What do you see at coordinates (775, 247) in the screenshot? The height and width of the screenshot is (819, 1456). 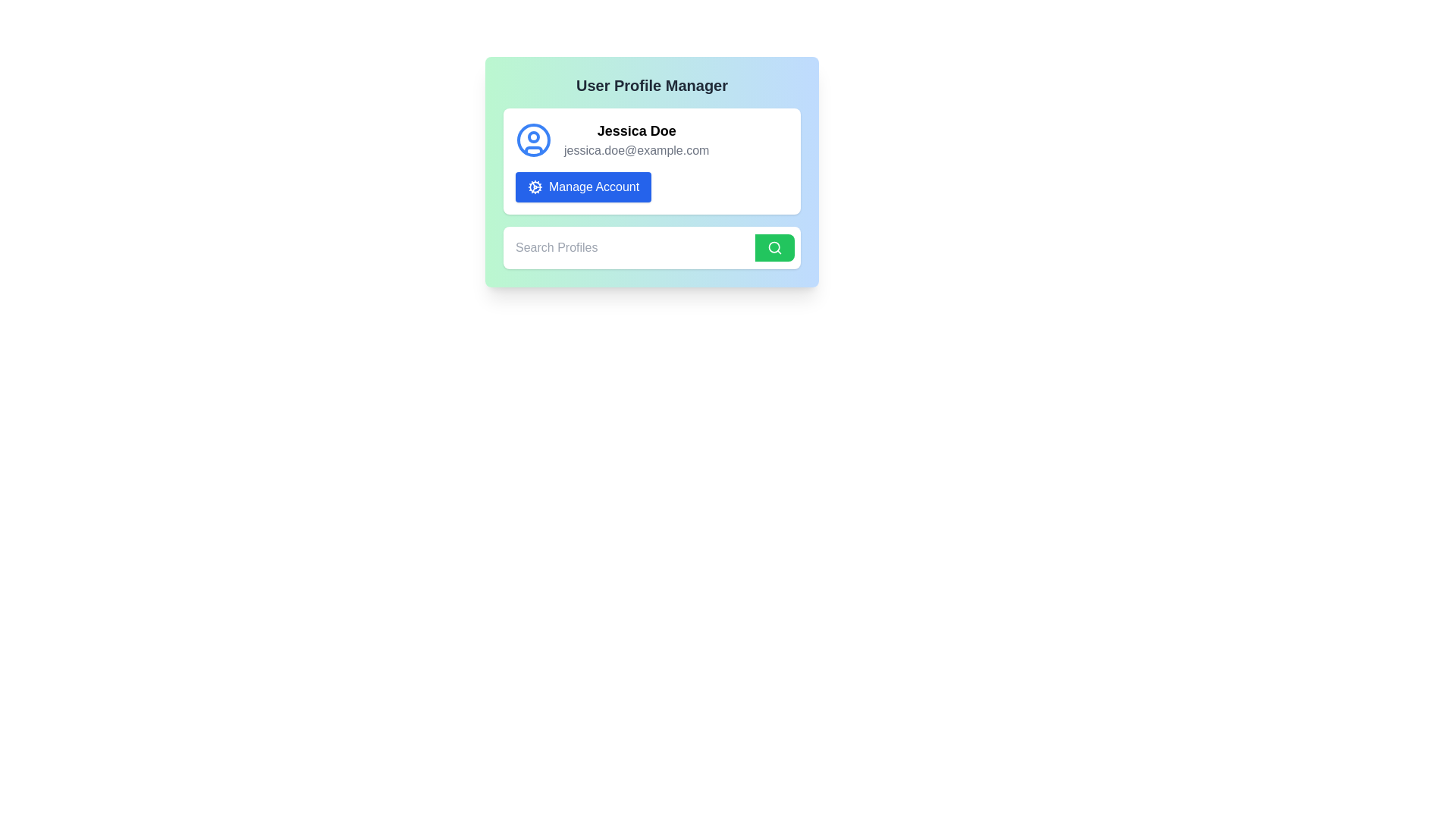 I see `the search button located to the right of the 'Search Profiles' input field to observe its hover effect` at bounding box center [775, 247].